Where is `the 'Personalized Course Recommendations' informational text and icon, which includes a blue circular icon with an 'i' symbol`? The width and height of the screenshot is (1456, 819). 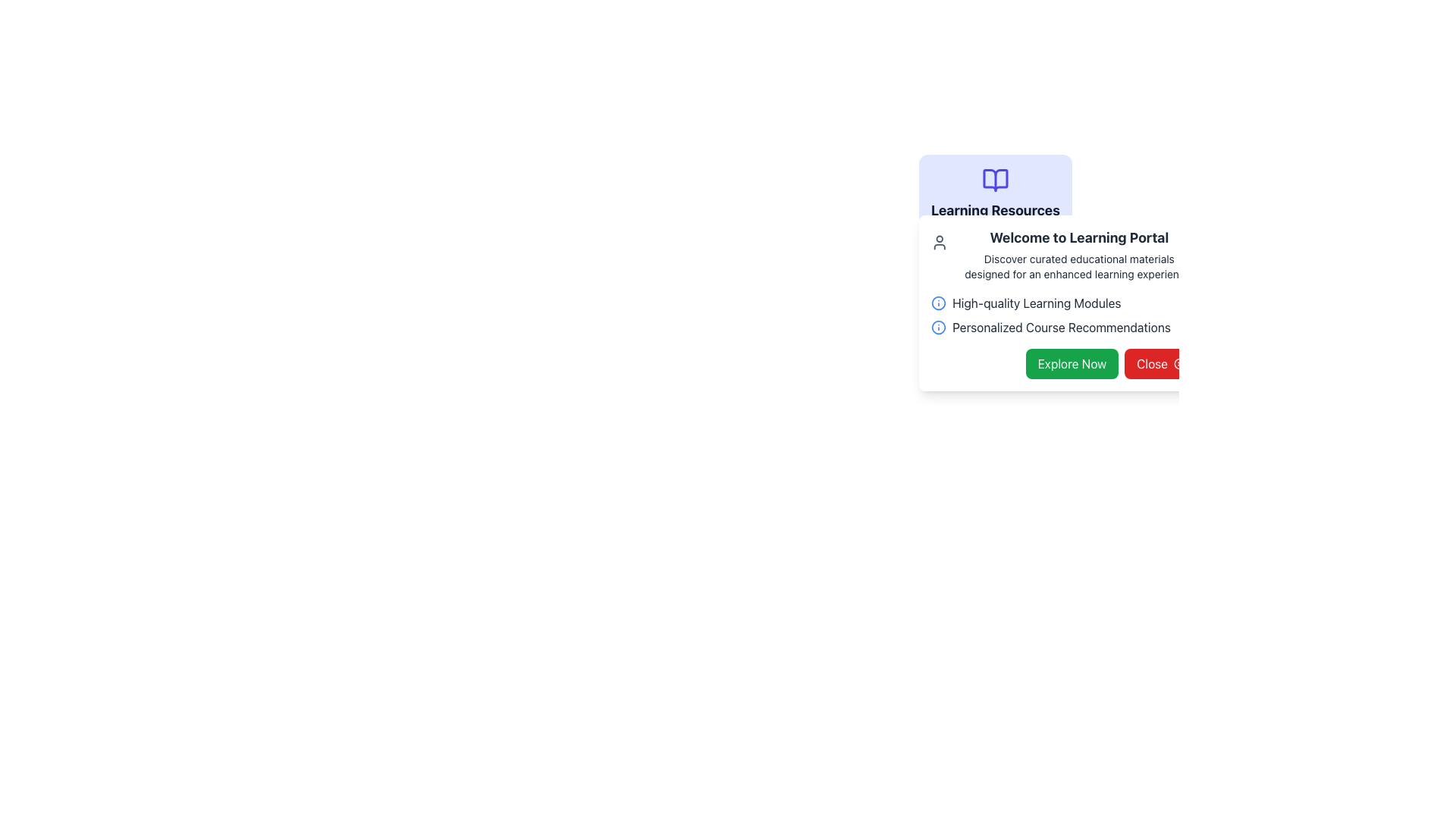 the 'Personalized Course Recommendations' informational text and icon, which includes a blue circular icon with an 'i' symbol is located at coordinates (1064, 327).